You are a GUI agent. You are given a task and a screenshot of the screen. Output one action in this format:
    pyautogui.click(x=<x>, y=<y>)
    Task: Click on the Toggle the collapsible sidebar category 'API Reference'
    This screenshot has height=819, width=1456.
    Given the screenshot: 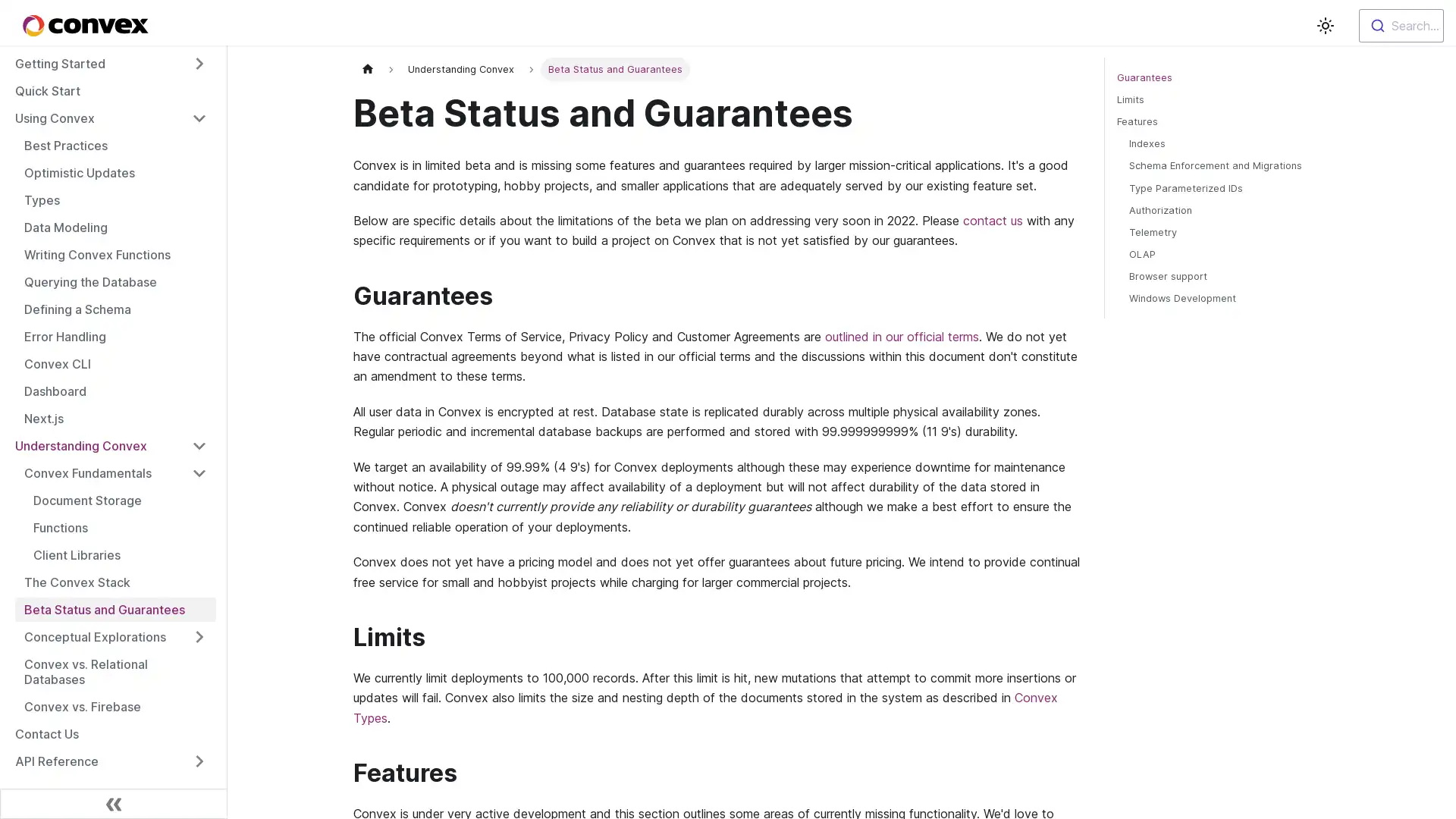 What is the action you would take?
    pyautogui.click(x=199, y=761)
    